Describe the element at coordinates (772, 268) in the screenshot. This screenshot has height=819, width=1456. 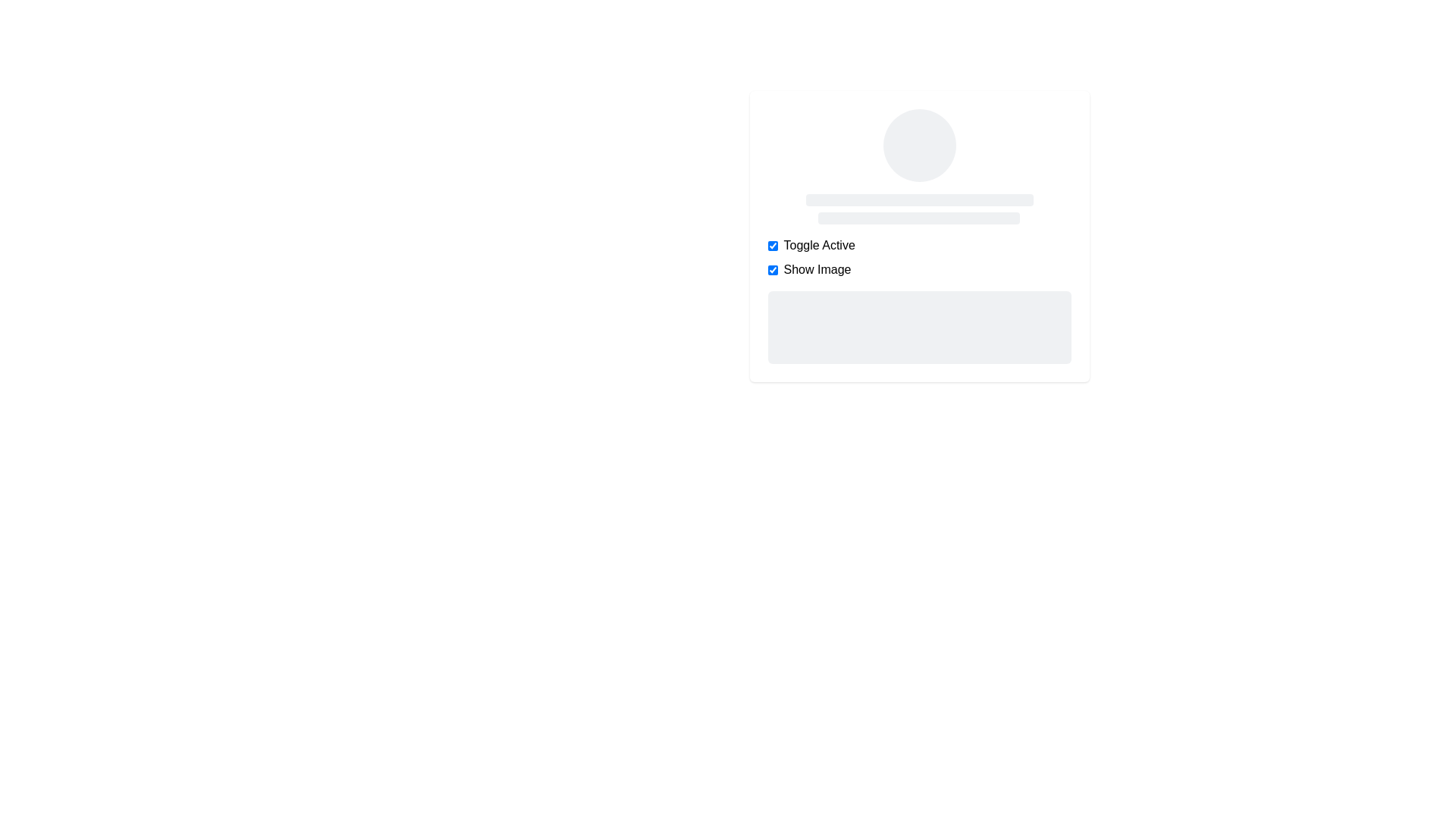
I see `the checkbox that toggles the option for showing an image, located adjacent to the text 'Show Image'` at that location.